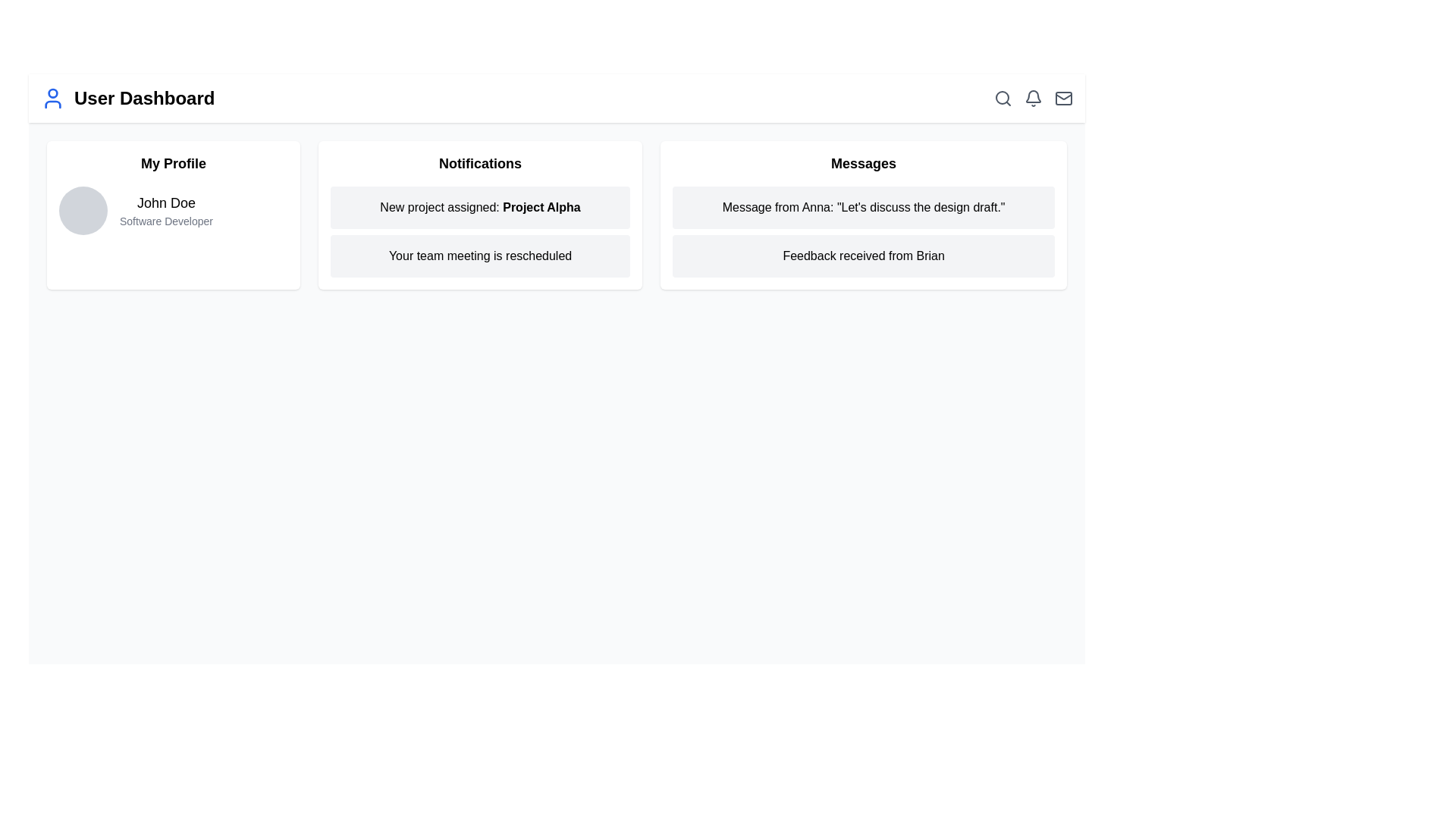 The width and height of the screenshot is (1456, 819). I want to click on the decorative rectangular body of the envelope icon located in the upper right corner of the interface, so click(1062, 99).